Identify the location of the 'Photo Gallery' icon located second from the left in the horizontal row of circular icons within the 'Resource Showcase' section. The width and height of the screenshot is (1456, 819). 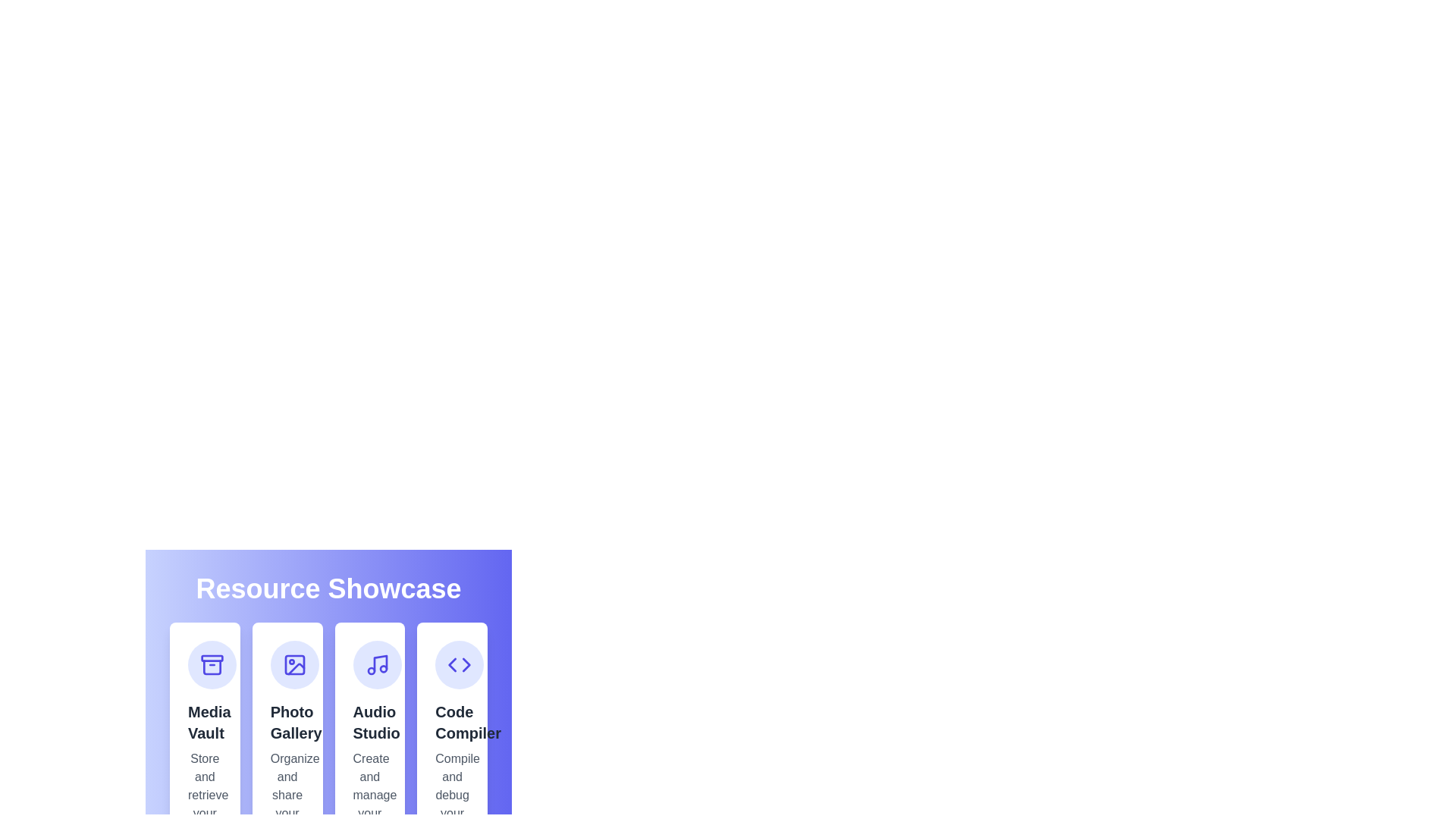
(294, 664).